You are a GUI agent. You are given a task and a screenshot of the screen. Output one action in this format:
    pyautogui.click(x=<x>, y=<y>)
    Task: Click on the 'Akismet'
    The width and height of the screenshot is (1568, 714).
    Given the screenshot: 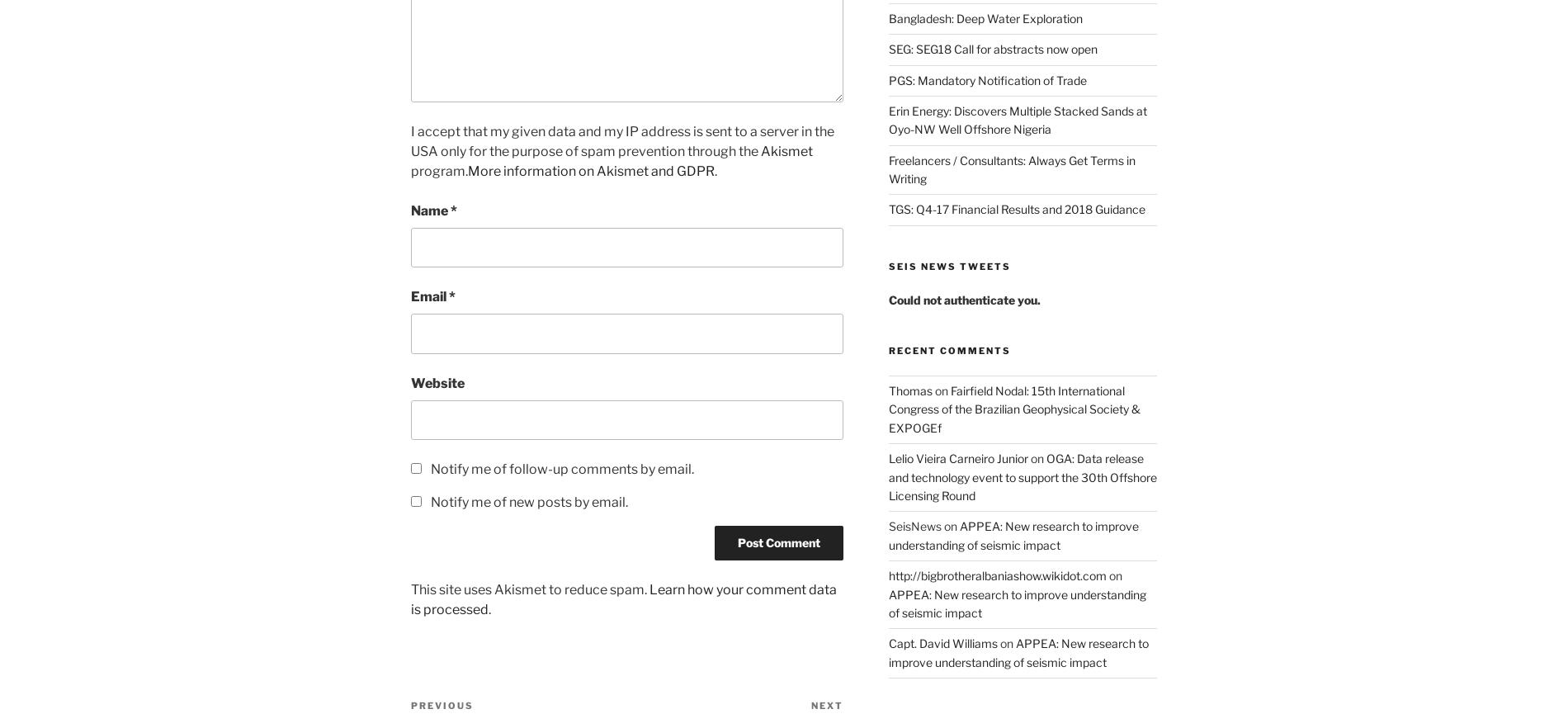 What is the action you would take?
    pyautogui.click(x=786, y=149)
    